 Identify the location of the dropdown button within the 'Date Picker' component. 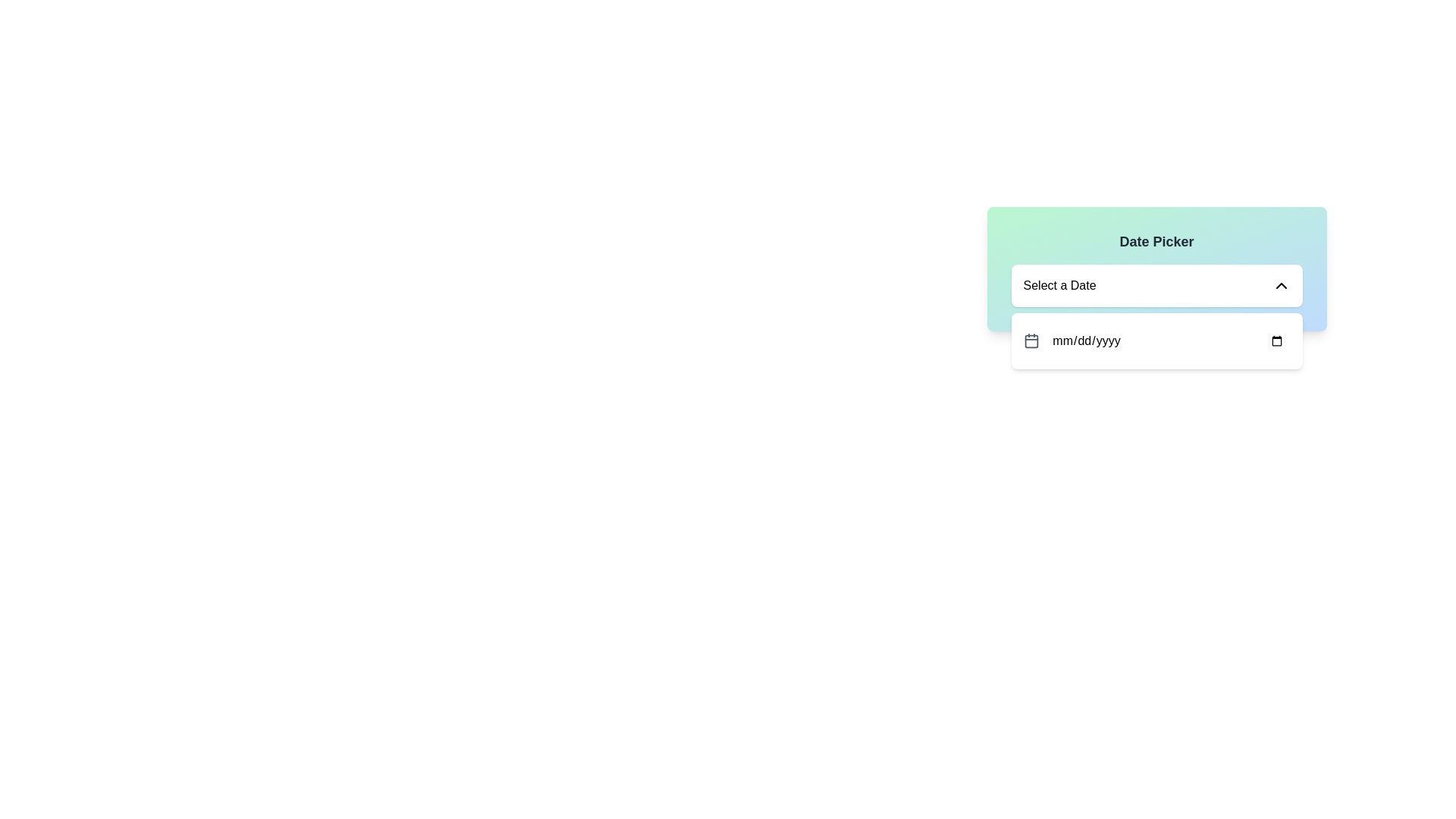
(1156, 268).